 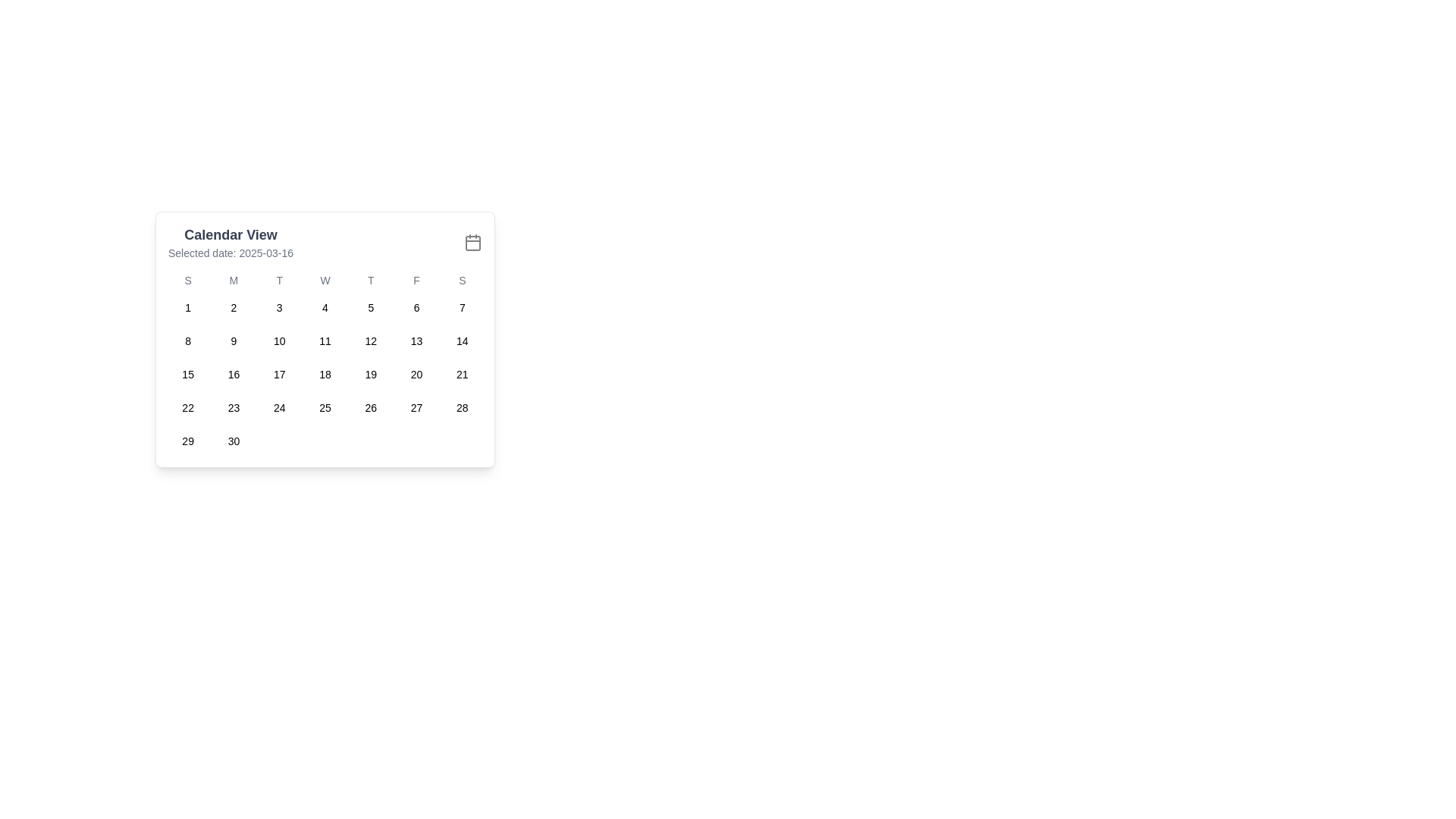 I want to click on the button representing the 11th day in the calendar view, located in the fourth row and fourth column of the grid, so click(x=324, y=341).